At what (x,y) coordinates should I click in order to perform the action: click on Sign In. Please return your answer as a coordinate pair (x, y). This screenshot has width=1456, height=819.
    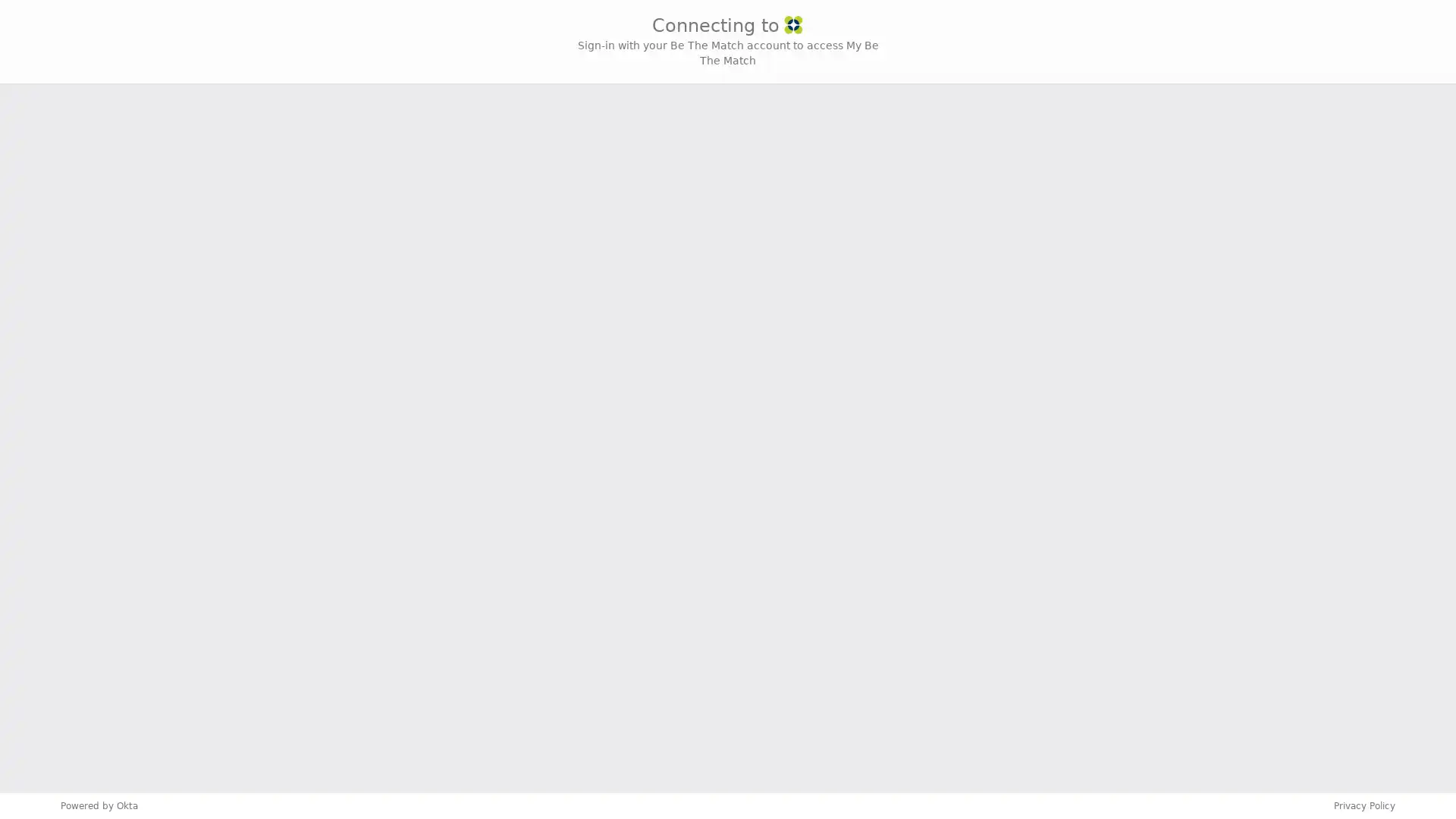
    Looking at the image, I should click on (728, 461).